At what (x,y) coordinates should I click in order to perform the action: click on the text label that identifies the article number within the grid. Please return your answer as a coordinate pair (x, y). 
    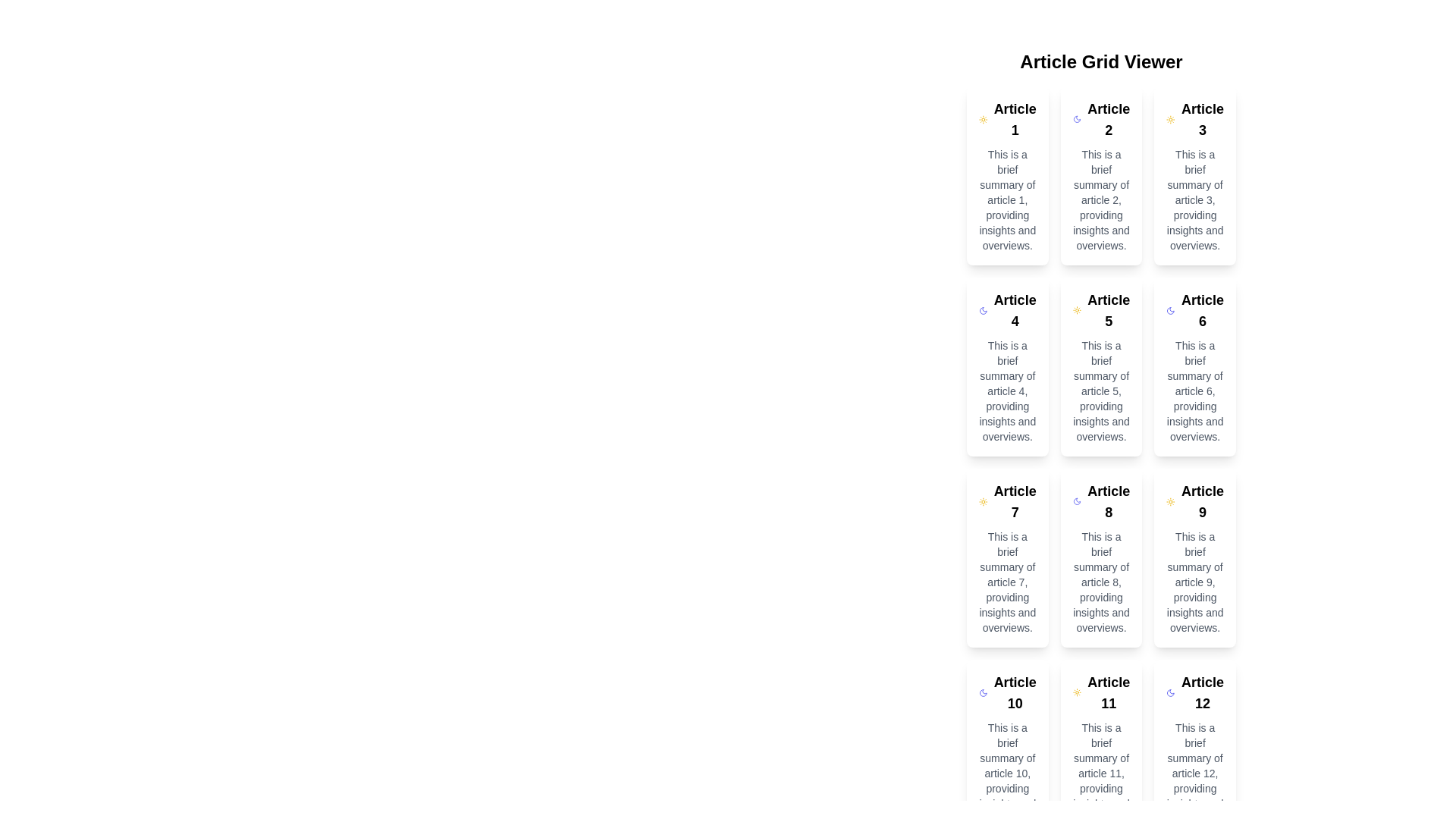
    Looking at the image, I should click on (1201, 309).